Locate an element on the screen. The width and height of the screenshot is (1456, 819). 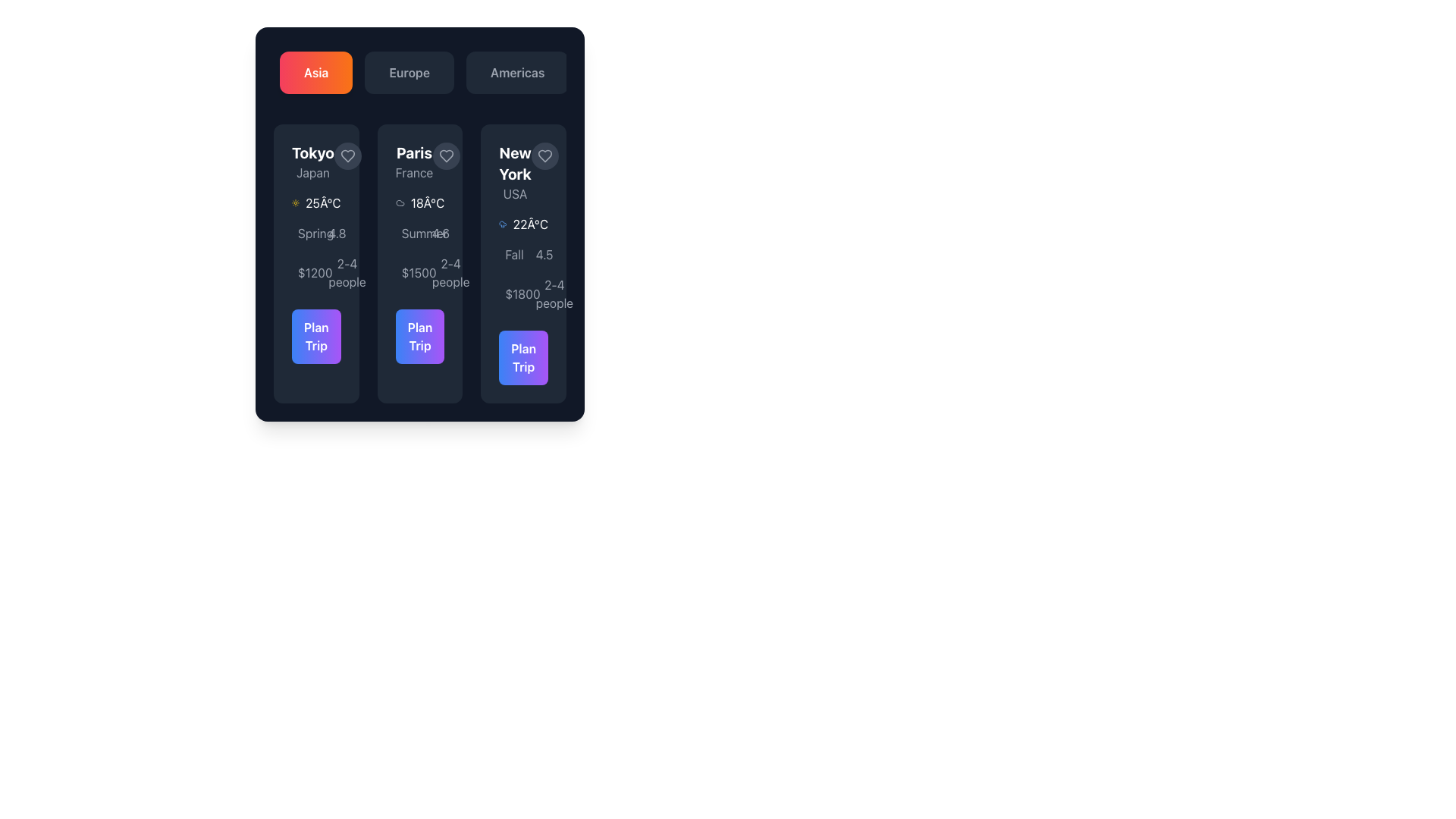
the temperature display element showing '18°C' with the cloud icon, located in the 'Paris, France' card, positioned centrally above the 'Summer' label is located at coordinates (419, 202).